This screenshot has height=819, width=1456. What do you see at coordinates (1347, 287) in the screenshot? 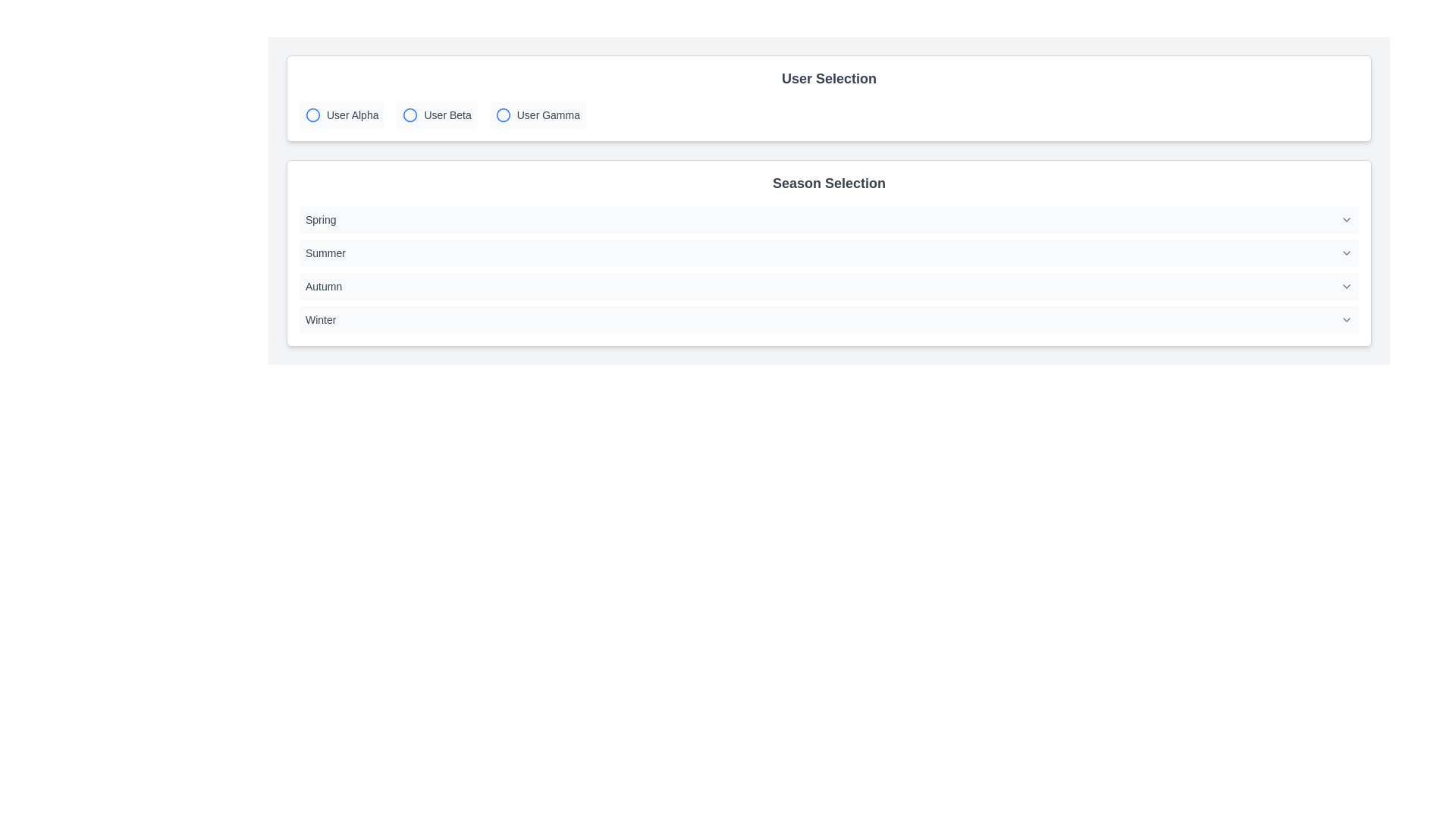
I see `the Chevron-Down icon in the 'Autumn' section to interact with the associated dropdown` at bounding box center [1347, 287].